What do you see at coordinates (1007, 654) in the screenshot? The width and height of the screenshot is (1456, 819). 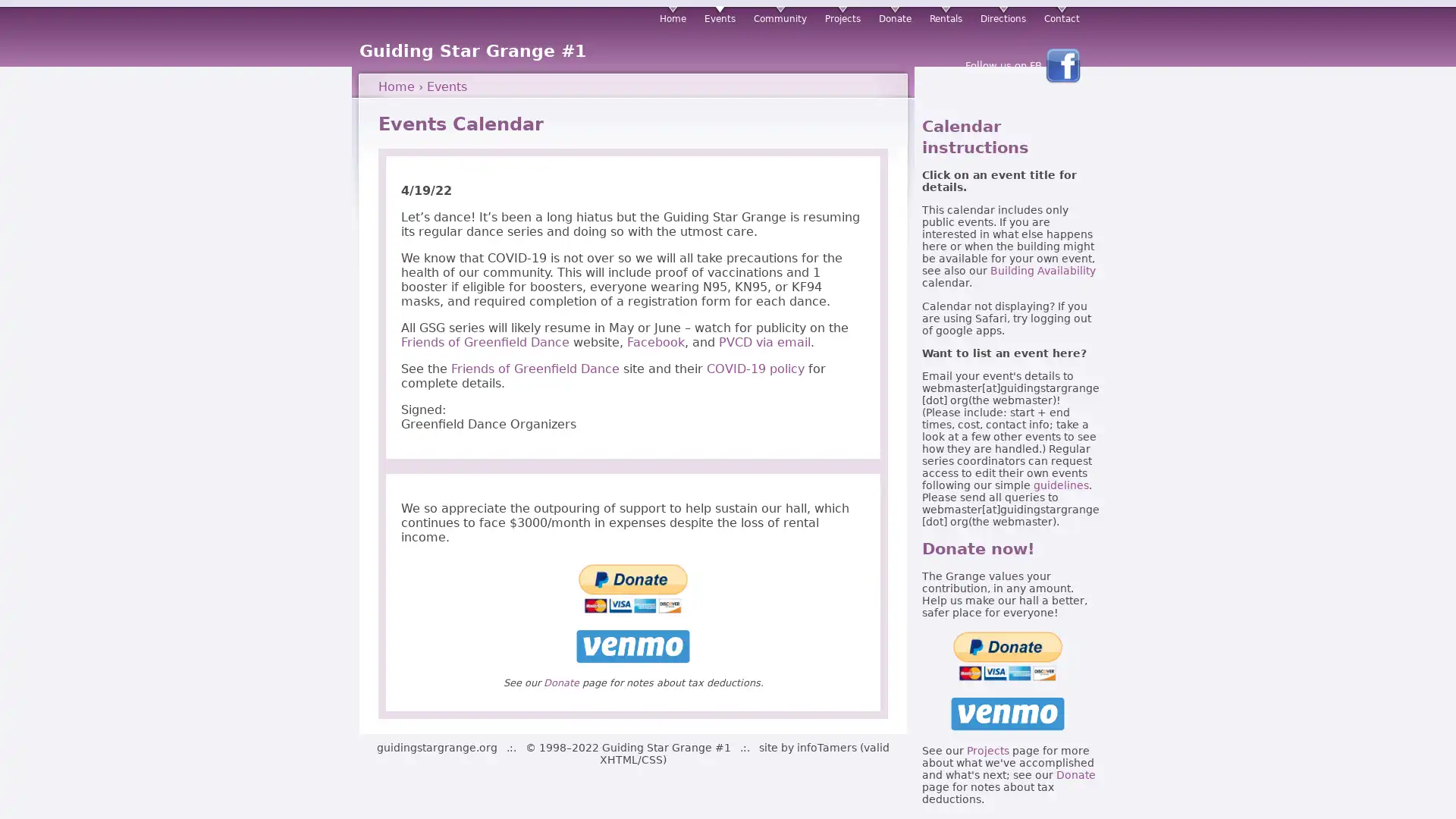 I see `PayPal - The safer, easier way to pay online!` at bounding box center [1007, 654].